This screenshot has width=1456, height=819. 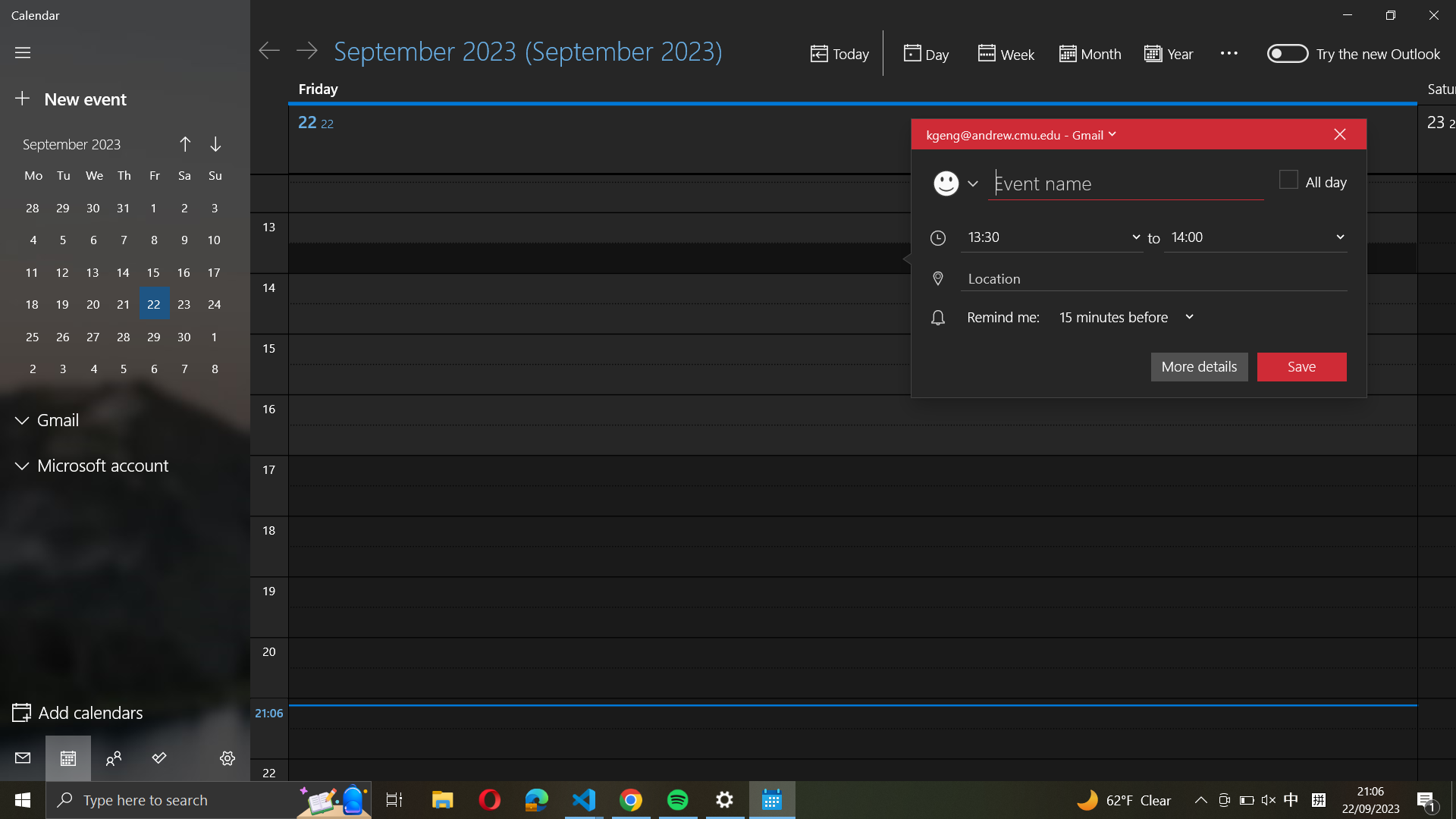 I want to click on click to fetch all email addresses connected to an event, so click(x=1019, y=133).